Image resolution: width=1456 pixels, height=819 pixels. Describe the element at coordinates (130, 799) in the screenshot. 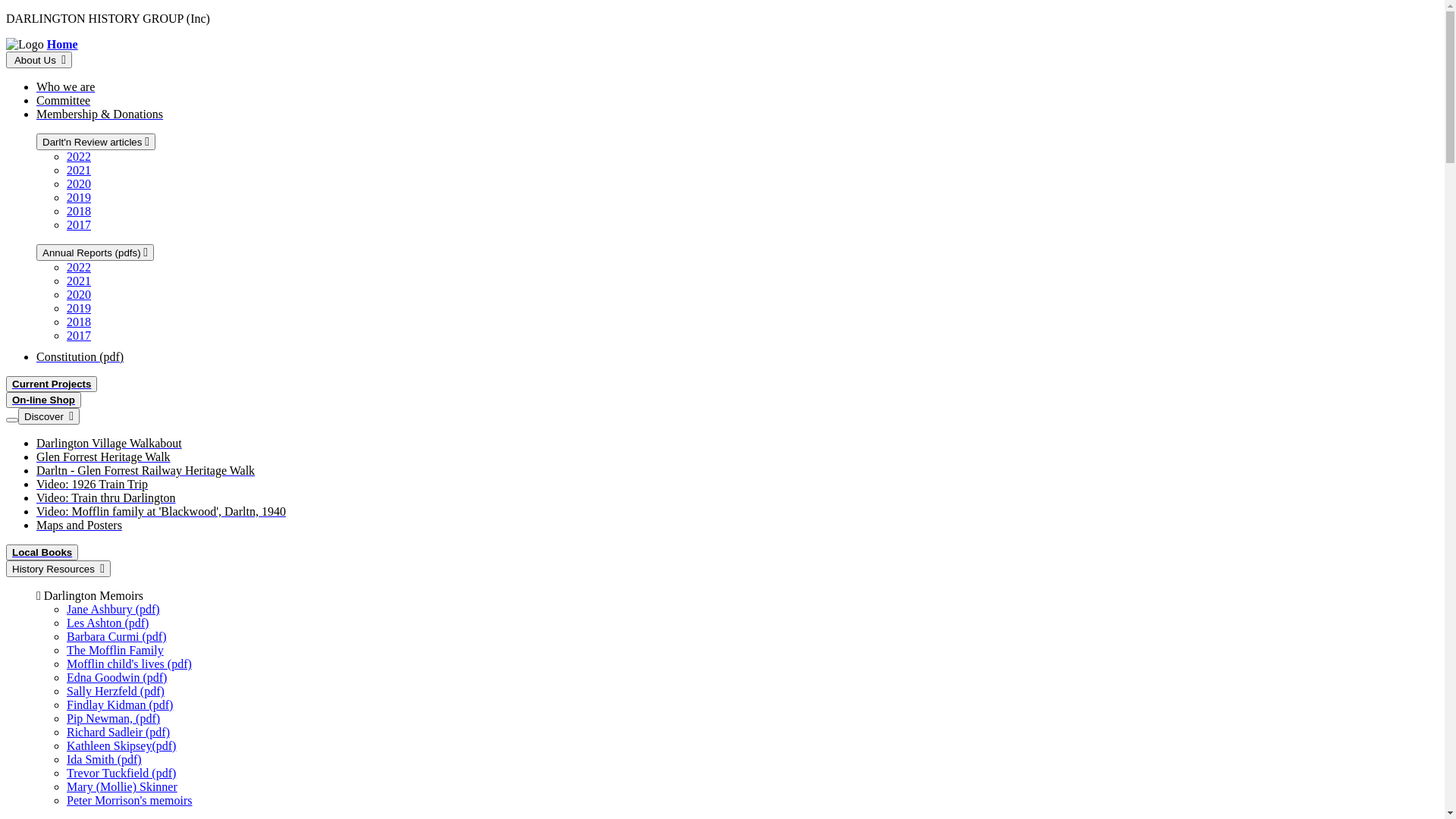

I see `'Peter Morrison's memoirs'` at that location.